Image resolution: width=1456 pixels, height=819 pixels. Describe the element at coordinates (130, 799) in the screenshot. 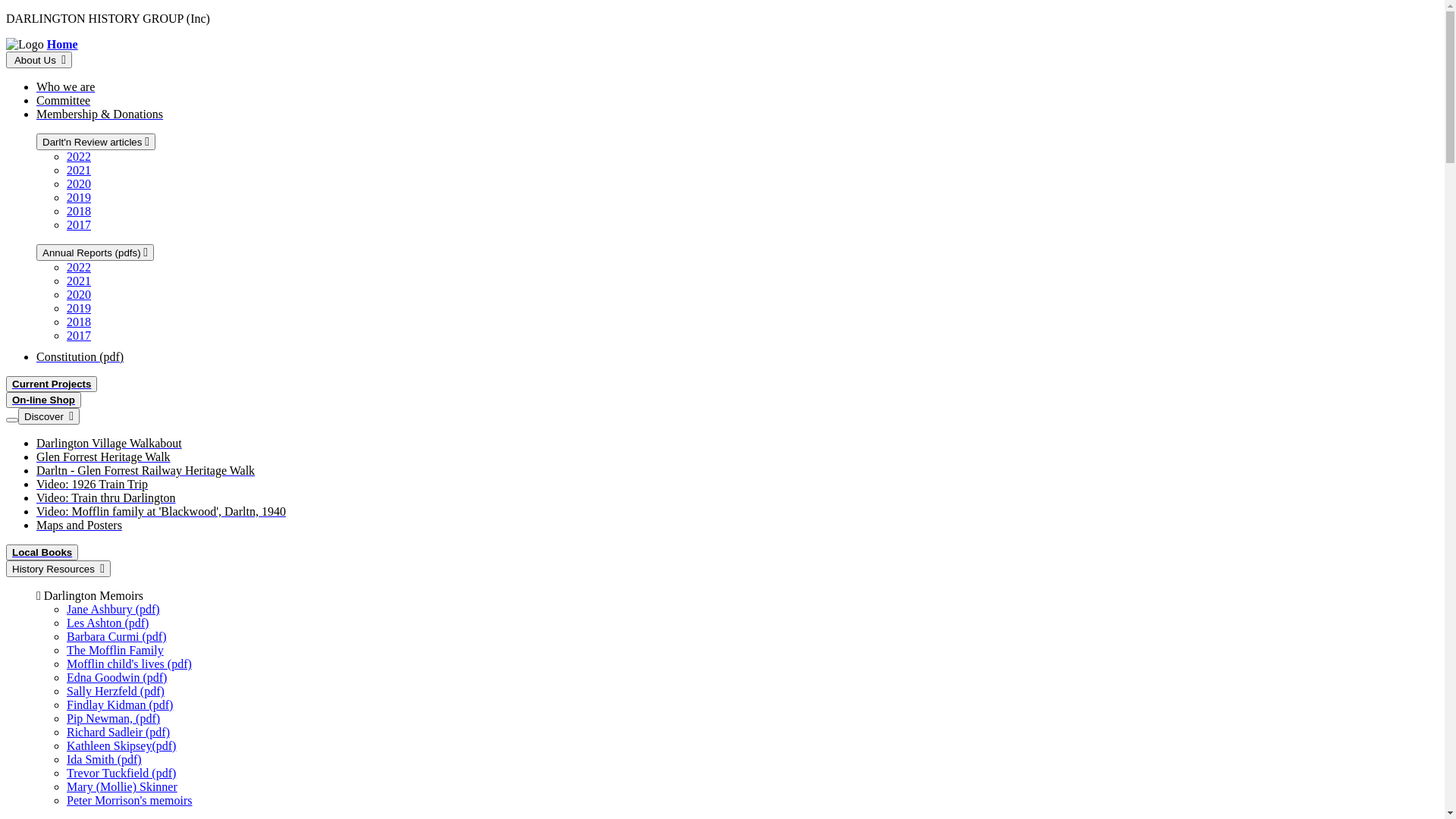

I see `'Peter Morrison's memoirs'` at that location.